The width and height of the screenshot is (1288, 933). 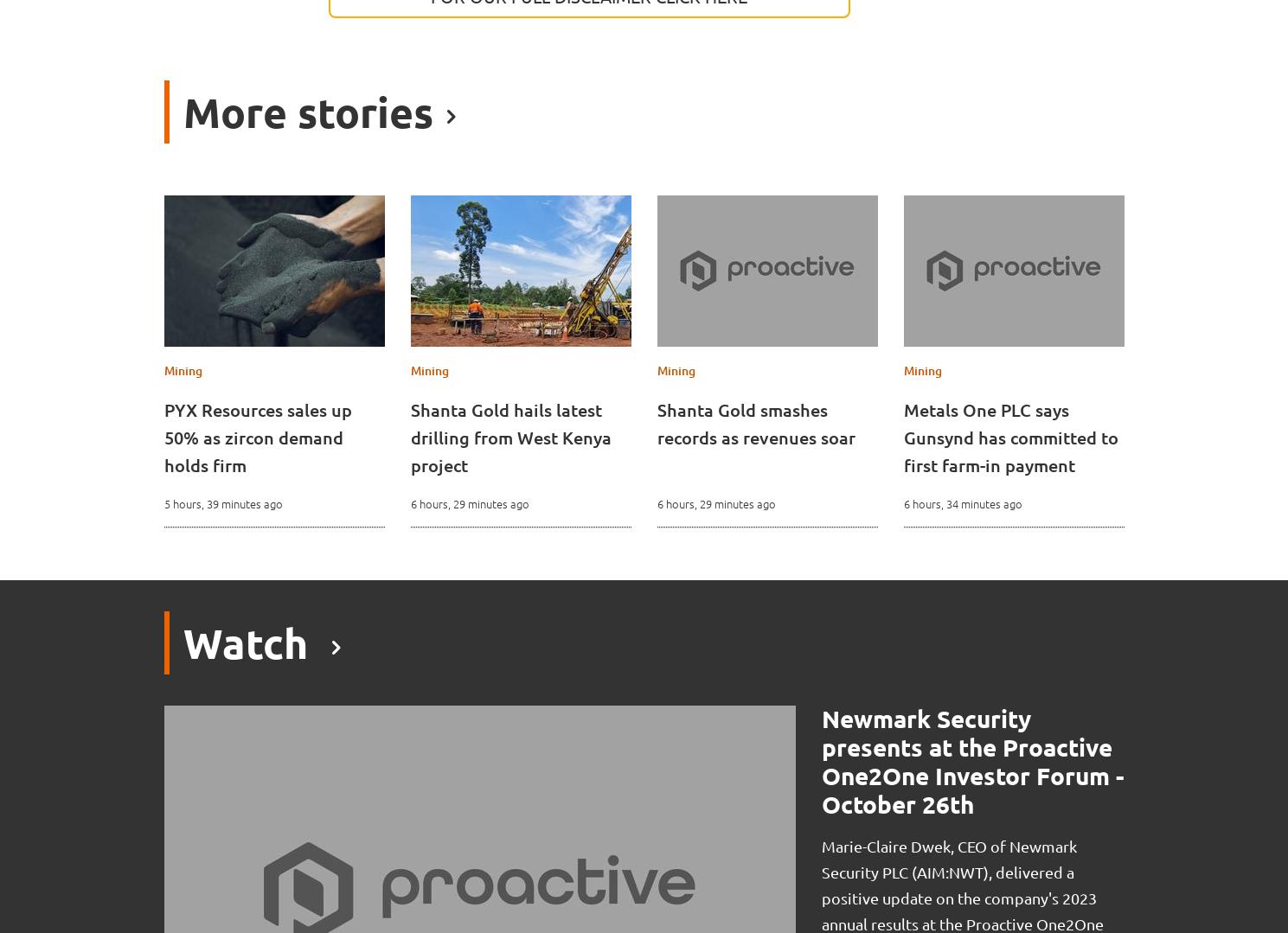 What do you see at coordinates (509, 438) in the screenshot?
I see `'Shanta Gold hails latest drilling from West Kenya project'` at bounding box center [509, 438].